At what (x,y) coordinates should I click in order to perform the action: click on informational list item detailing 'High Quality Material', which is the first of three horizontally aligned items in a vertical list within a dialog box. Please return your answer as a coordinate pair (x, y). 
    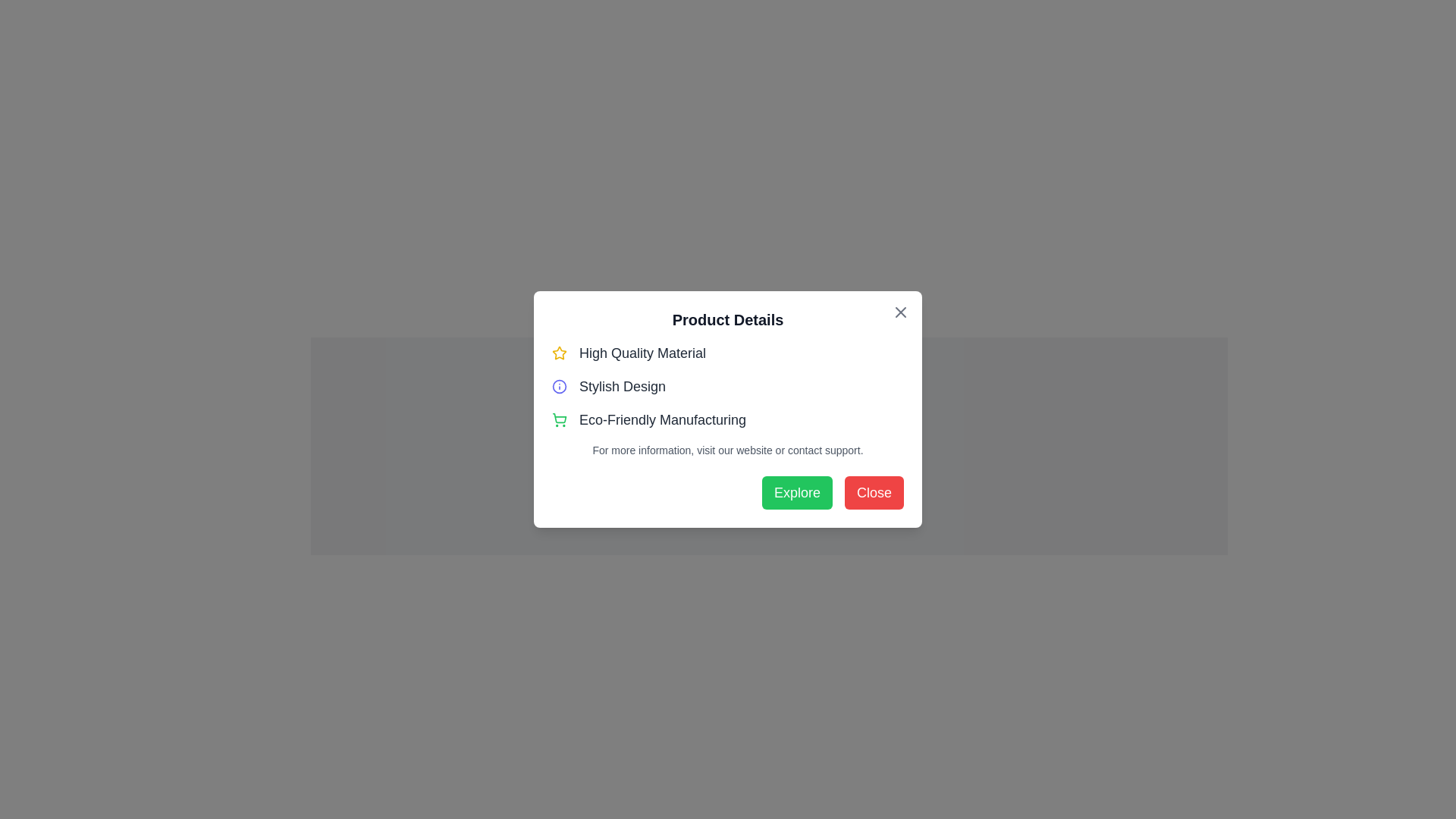
    Looking at the image, I should click on (728, 353).